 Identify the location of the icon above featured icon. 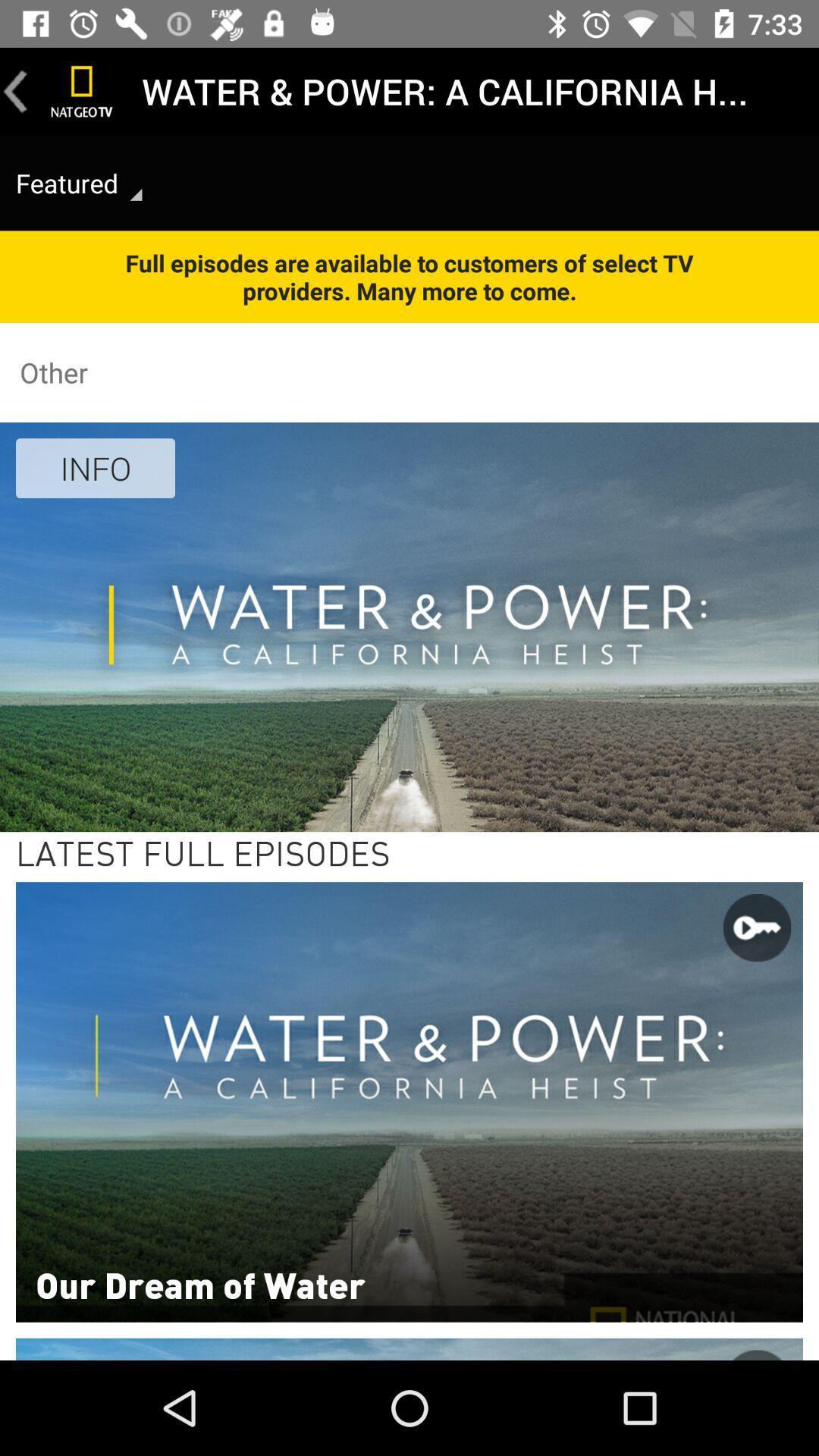
(82, 90).